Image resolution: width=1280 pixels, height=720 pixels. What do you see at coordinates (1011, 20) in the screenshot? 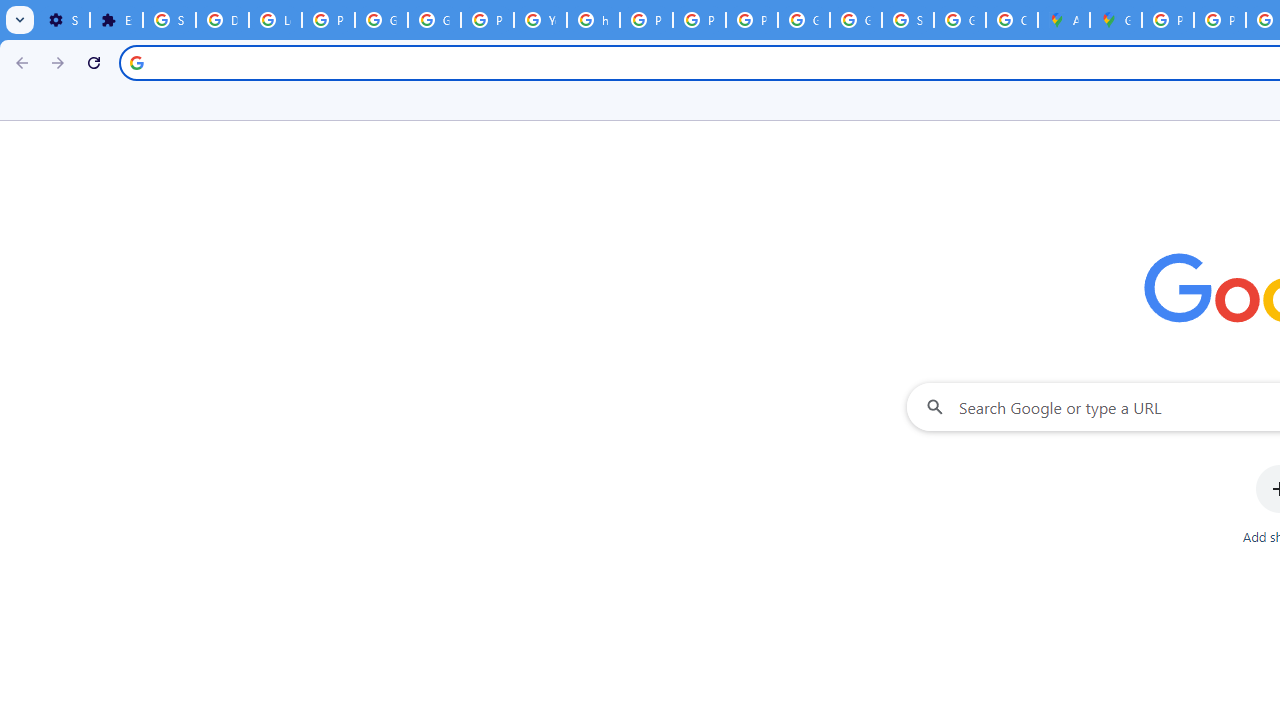
I see `'Create your Google Account'` at bounding box center [1011, 20].